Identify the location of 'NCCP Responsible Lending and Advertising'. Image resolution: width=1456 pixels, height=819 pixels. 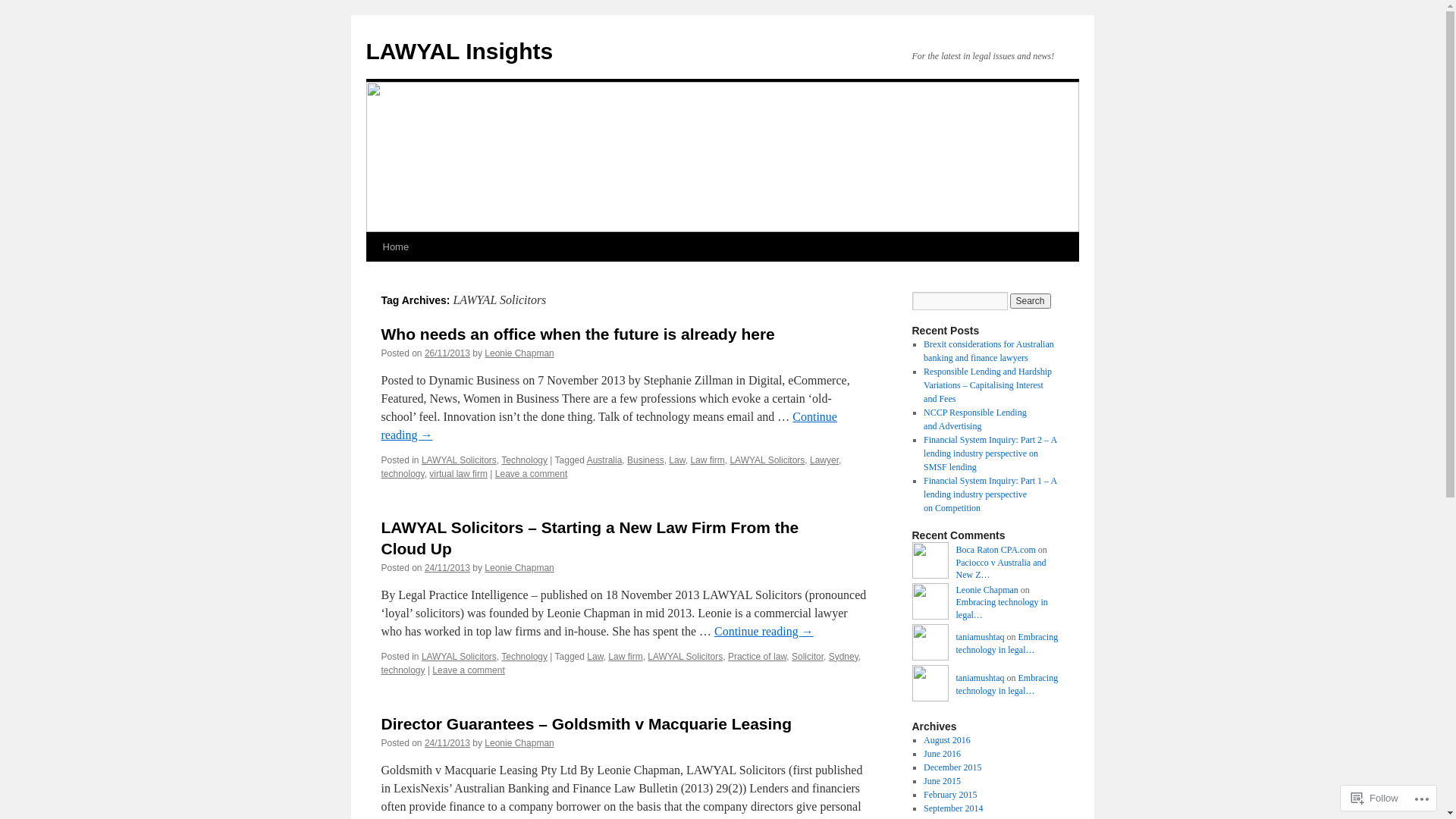
(975, 419).